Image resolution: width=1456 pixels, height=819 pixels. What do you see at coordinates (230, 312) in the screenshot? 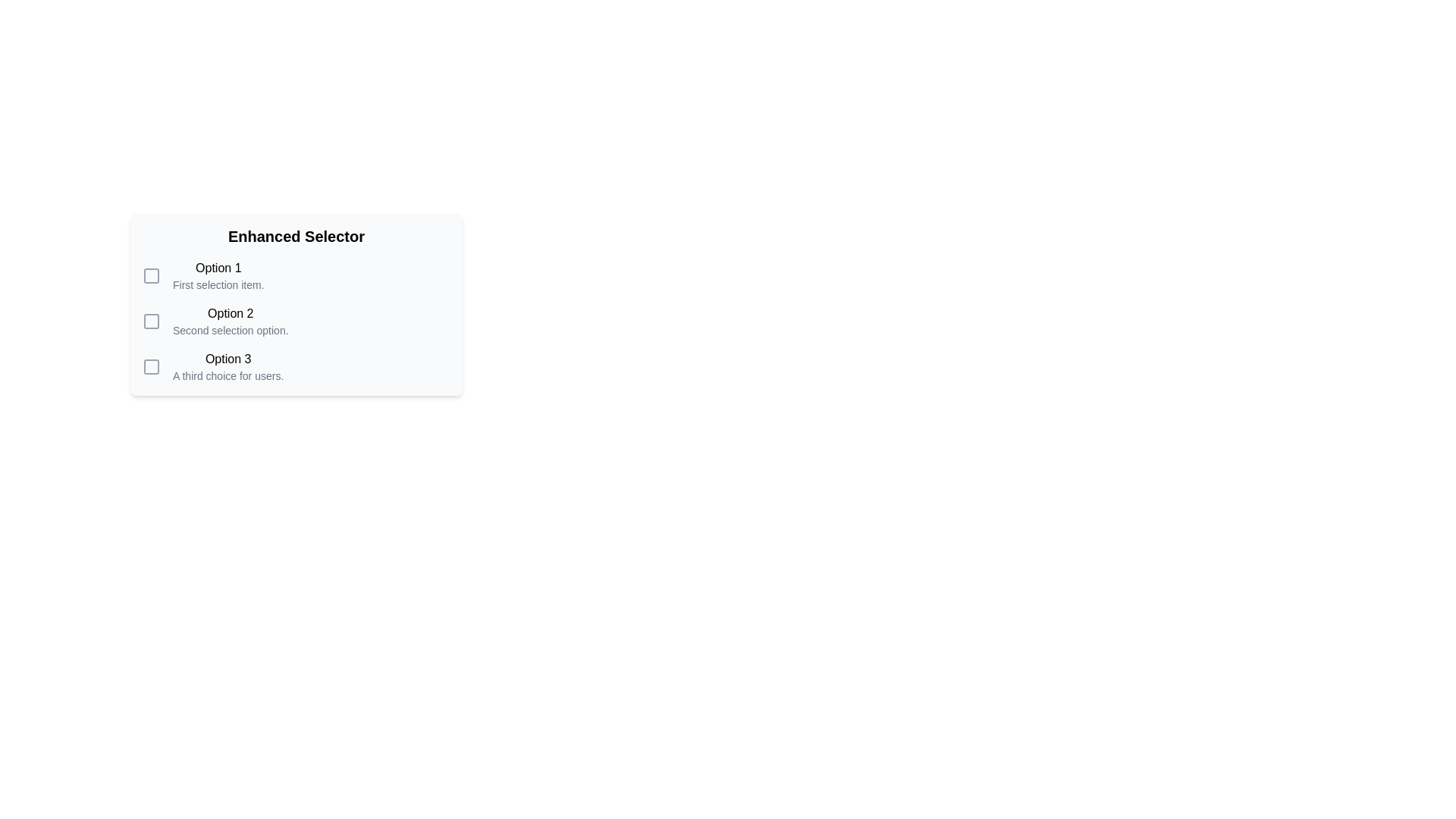
I see `the Text label that serves as the title for the second selection option in the 'Enhanced Selector' interface, positioned above the description text and next to the associated checkbox` at bounding box center [230, 312].